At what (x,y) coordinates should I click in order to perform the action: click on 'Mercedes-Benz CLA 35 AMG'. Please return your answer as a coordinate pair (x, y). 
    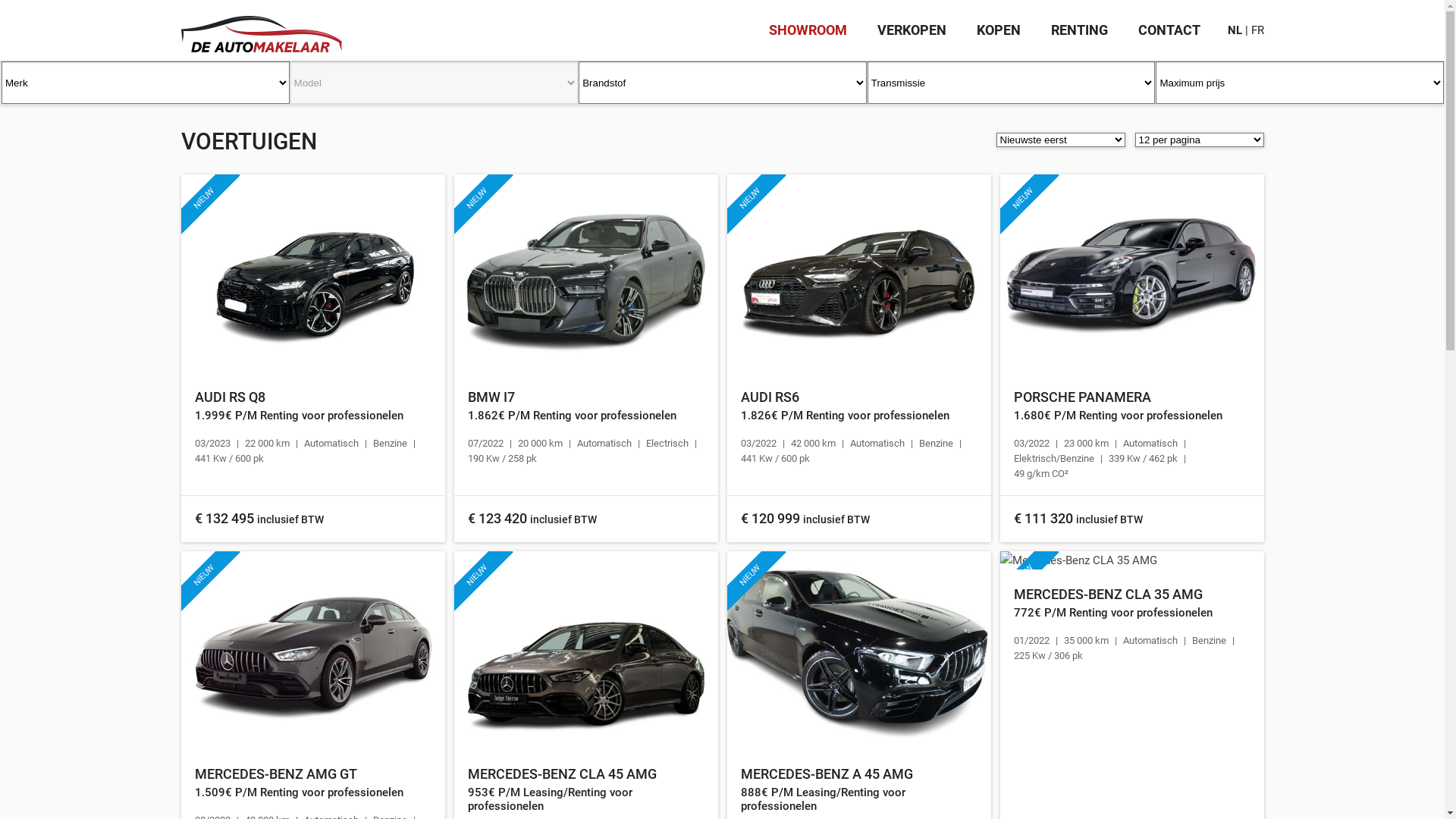
    Looking at the image, I should click on (1131, 560).